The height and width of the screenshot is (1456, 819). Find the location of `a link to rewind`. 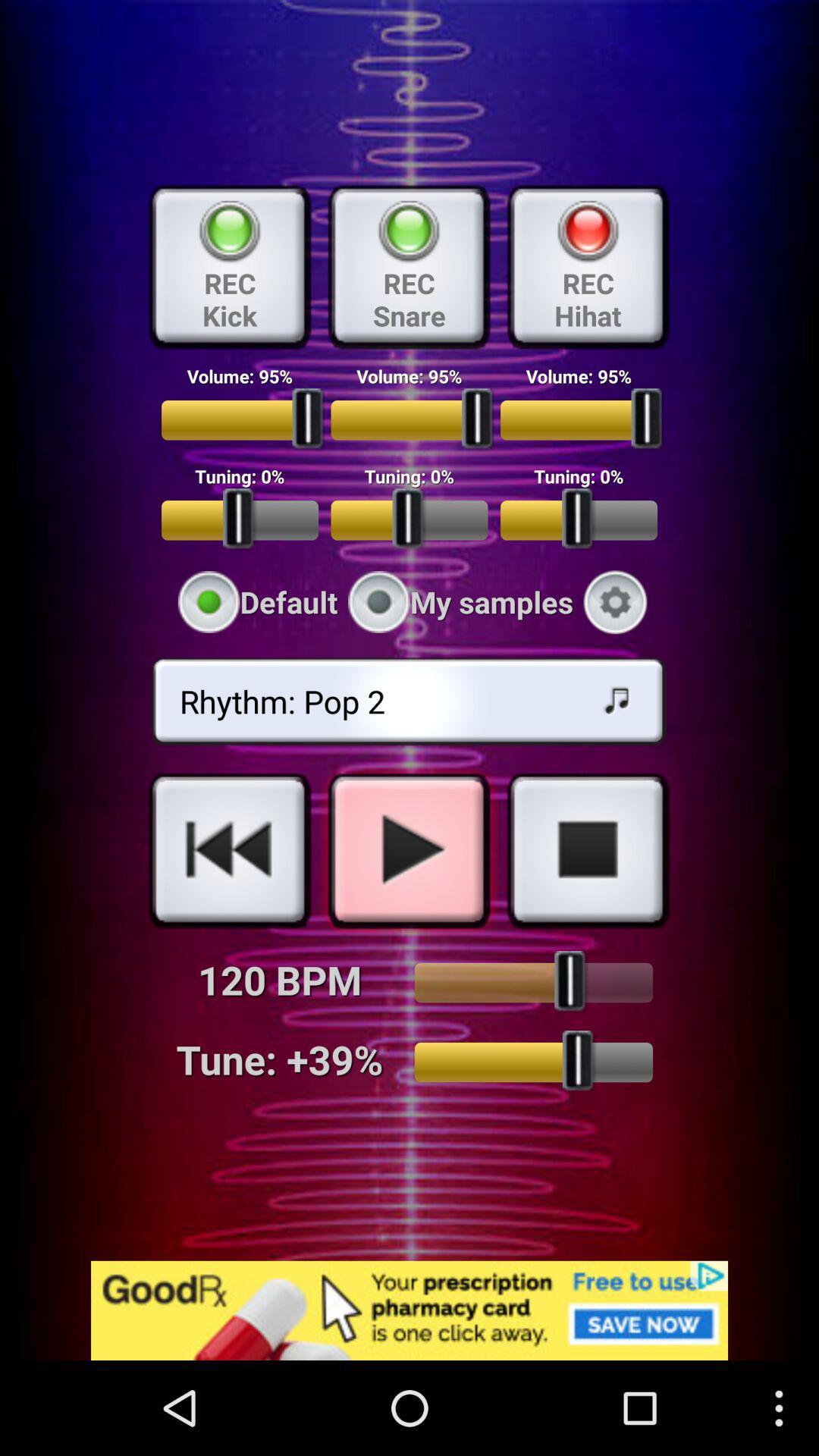

a link to rewind is located at coordinates (230, 850).